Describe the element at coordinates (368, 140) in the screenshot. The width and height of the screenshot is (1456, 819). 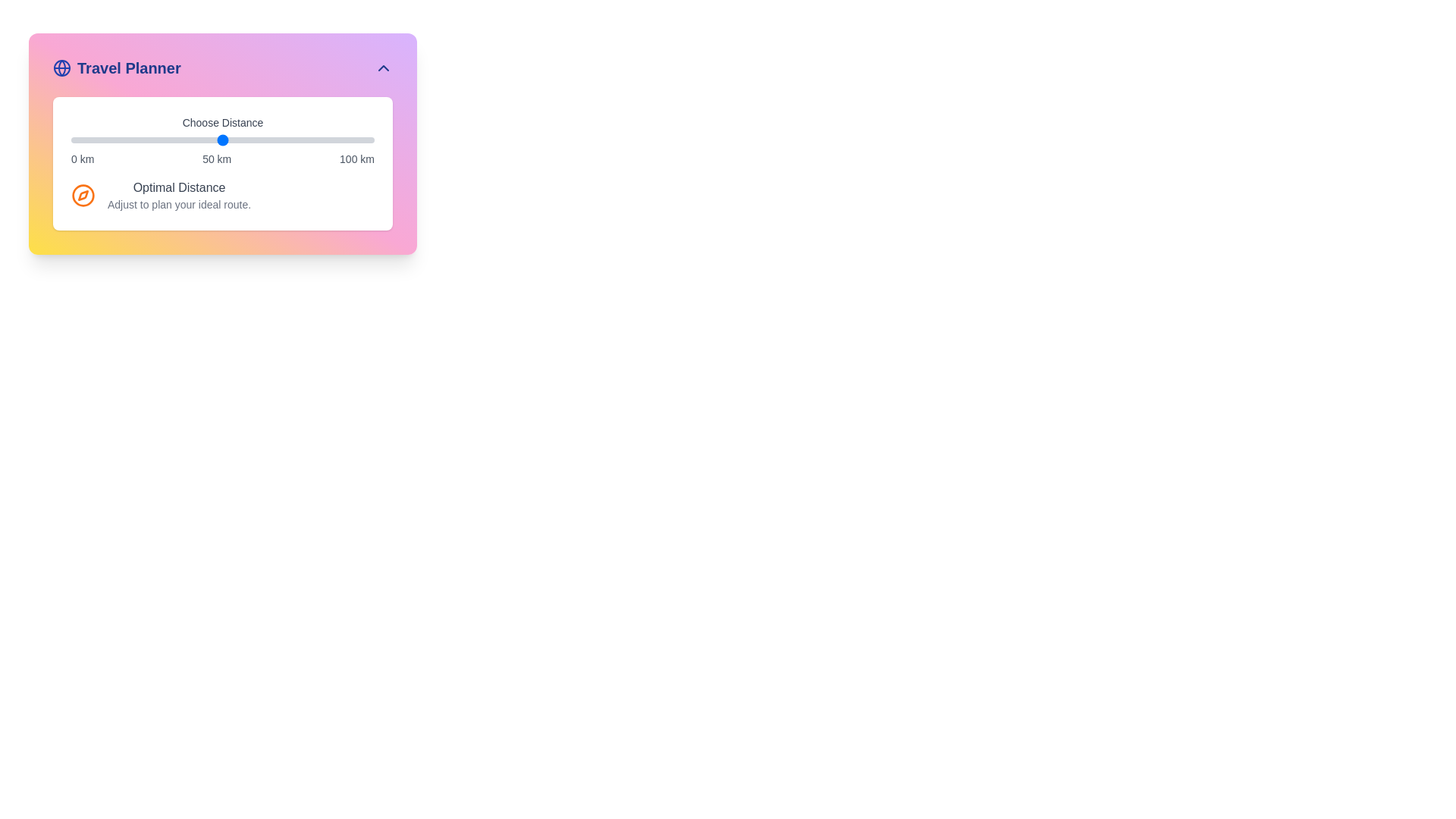
I see `the distance slider` at that location.